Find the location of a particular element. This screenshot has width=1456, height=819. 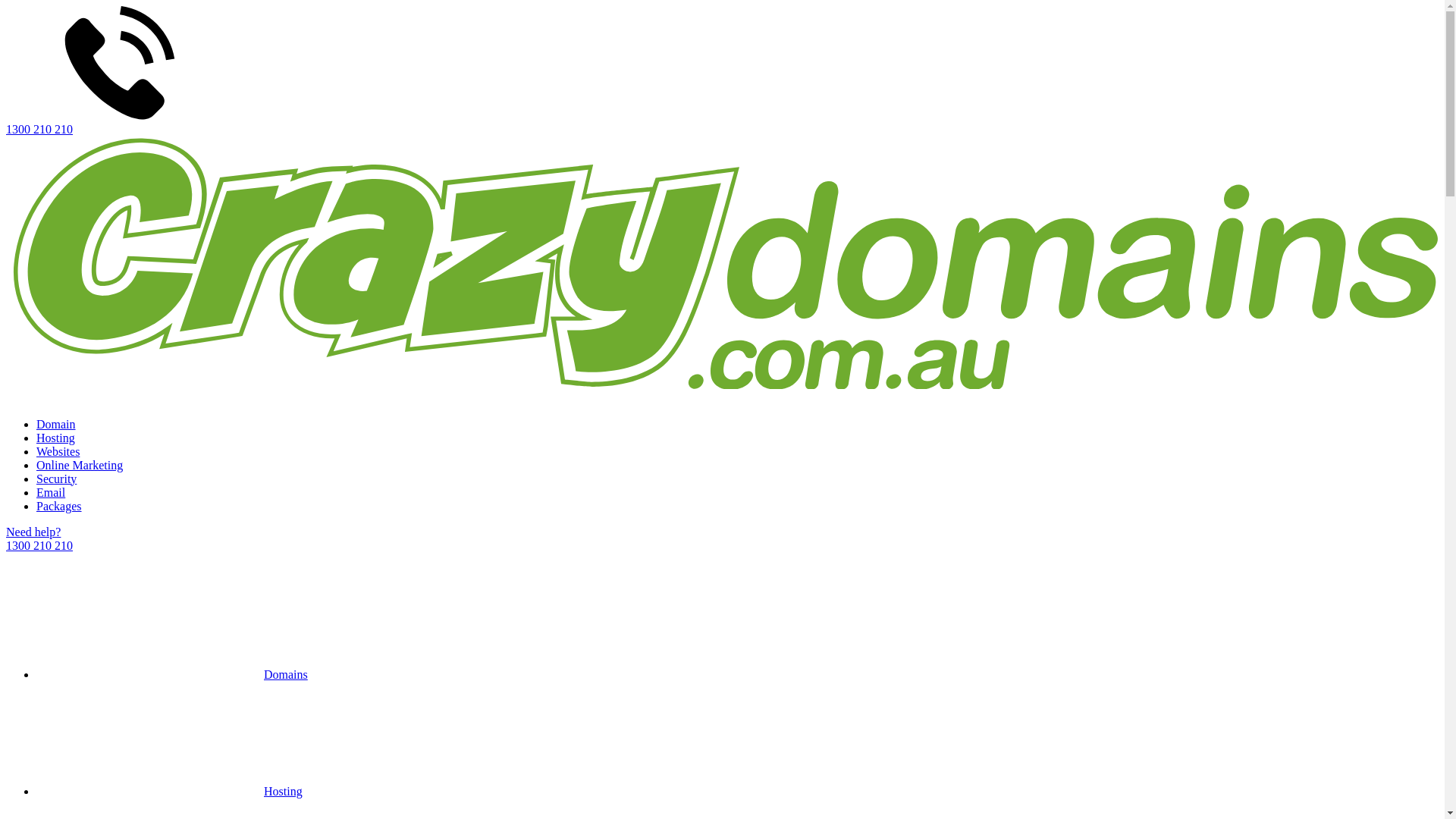

'Hosting' is located at coordinates (55, 438).